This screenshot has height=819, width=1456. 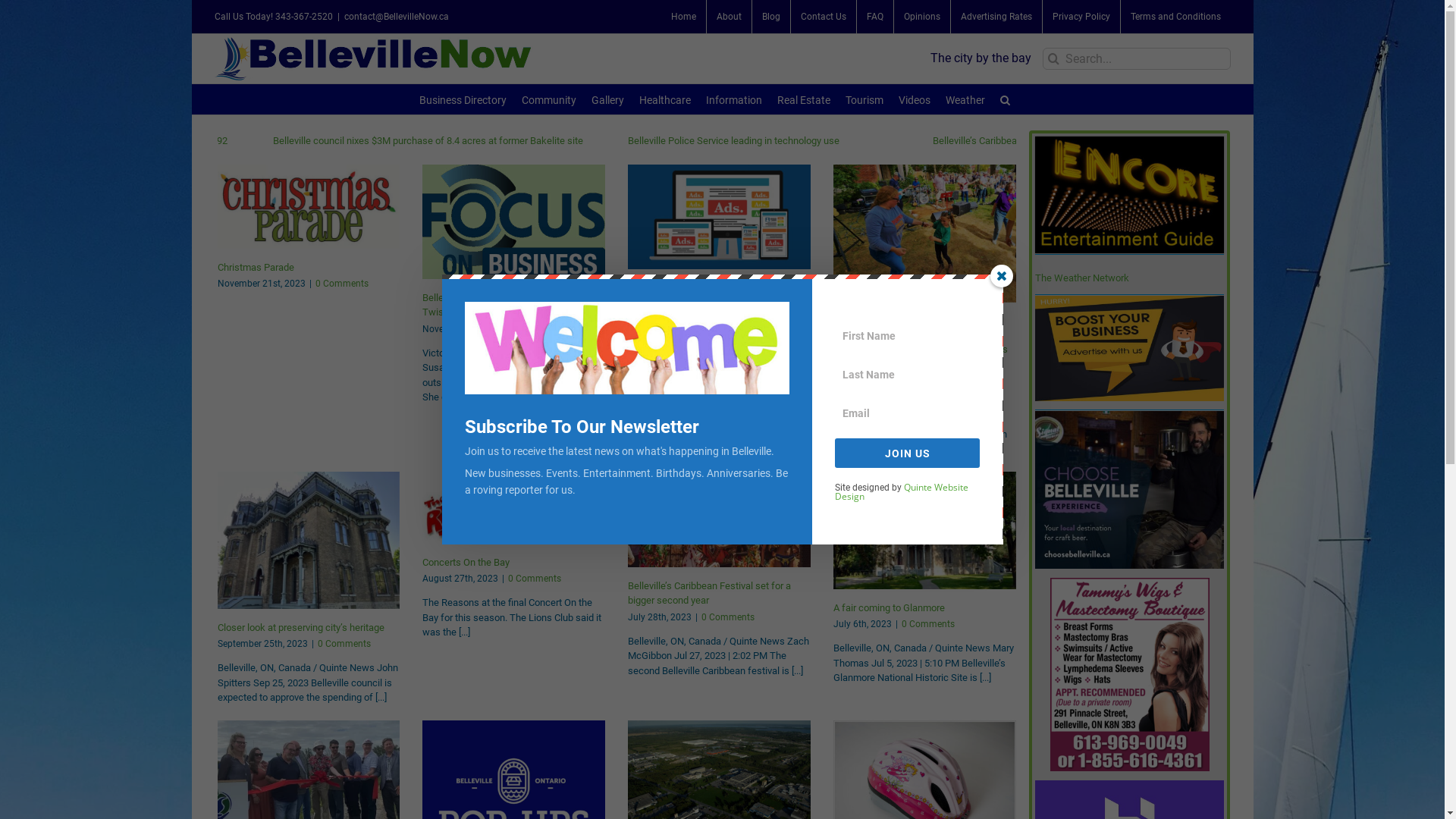 I want to click on 'Blog', so click(x=771, y=17).